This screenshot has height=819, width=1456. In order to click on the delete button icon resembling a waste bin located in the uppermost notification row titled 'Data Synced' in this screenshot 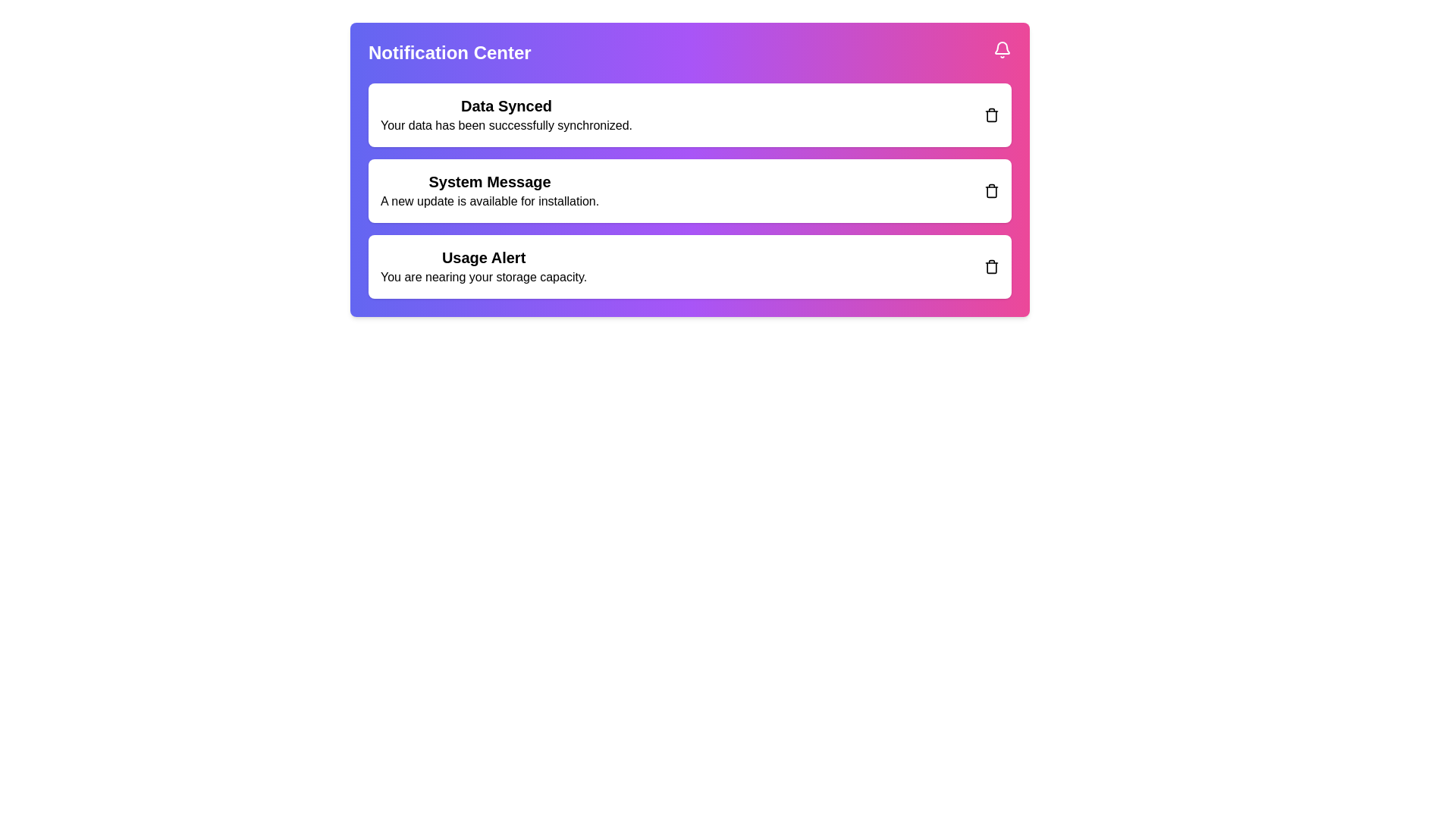, I will do `click(992, 114)`.